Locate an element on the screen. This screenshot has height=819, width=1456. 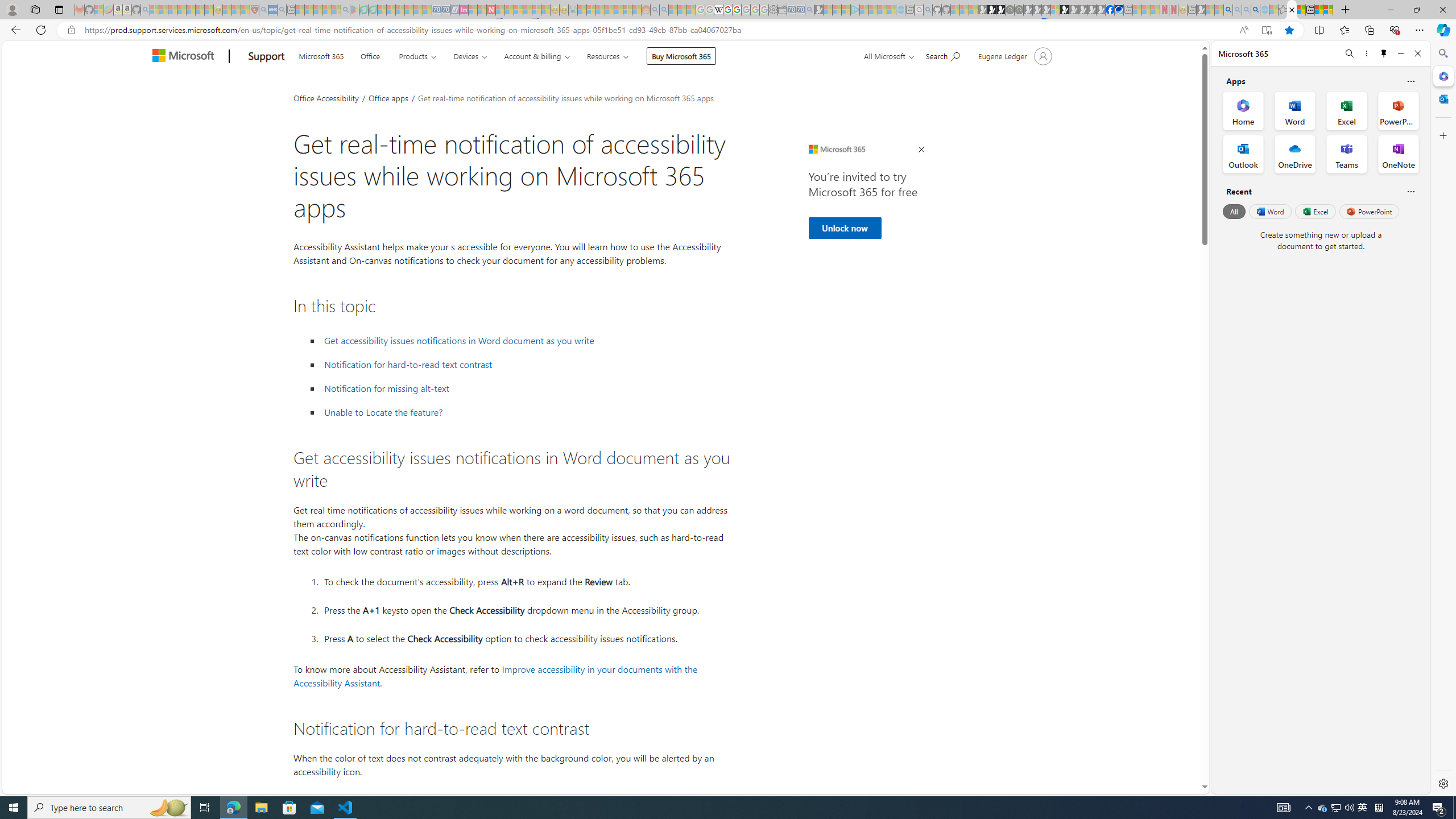
'New Report Confirms 2023 Was Record Hot | Watch - Sleeping' is located at coordinates (191, 9).